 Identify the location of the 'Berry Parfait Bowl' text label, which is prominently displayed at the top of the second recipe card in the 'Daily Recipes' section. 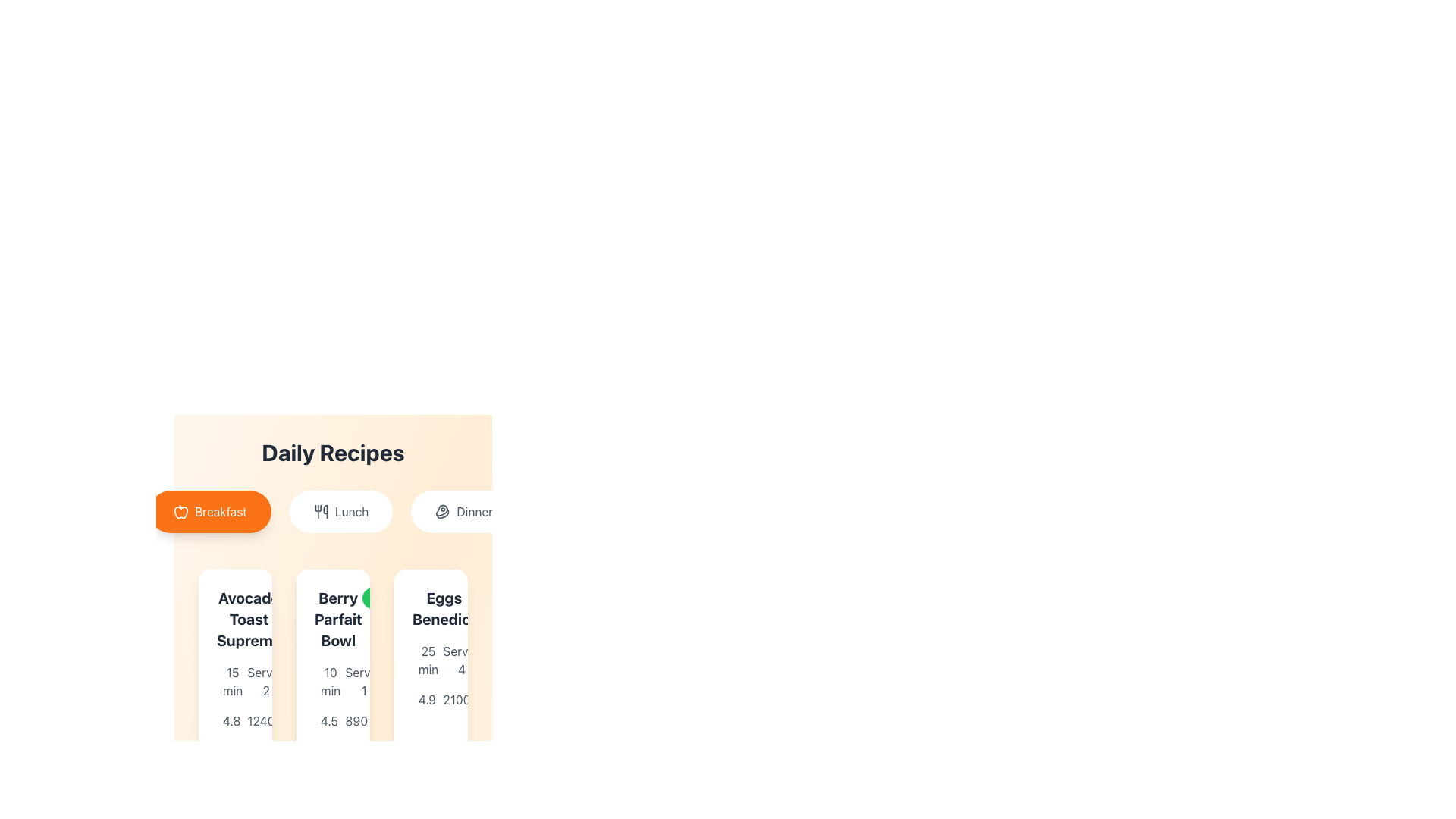
(332, 620).